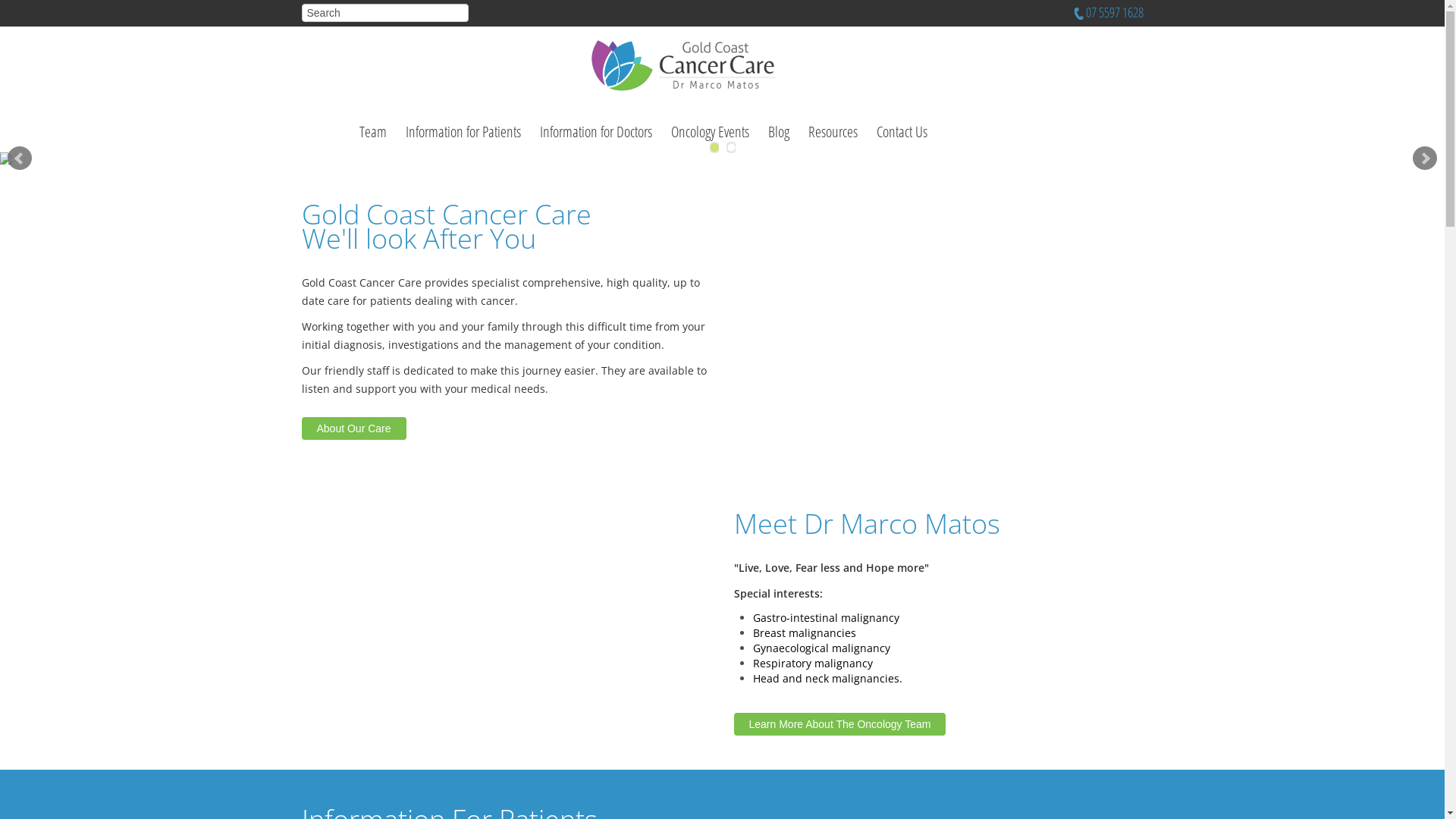  What do you see at coordinates (372, 130) in the screenshot?
I see `'Team'` at bounding box center [372, 130].